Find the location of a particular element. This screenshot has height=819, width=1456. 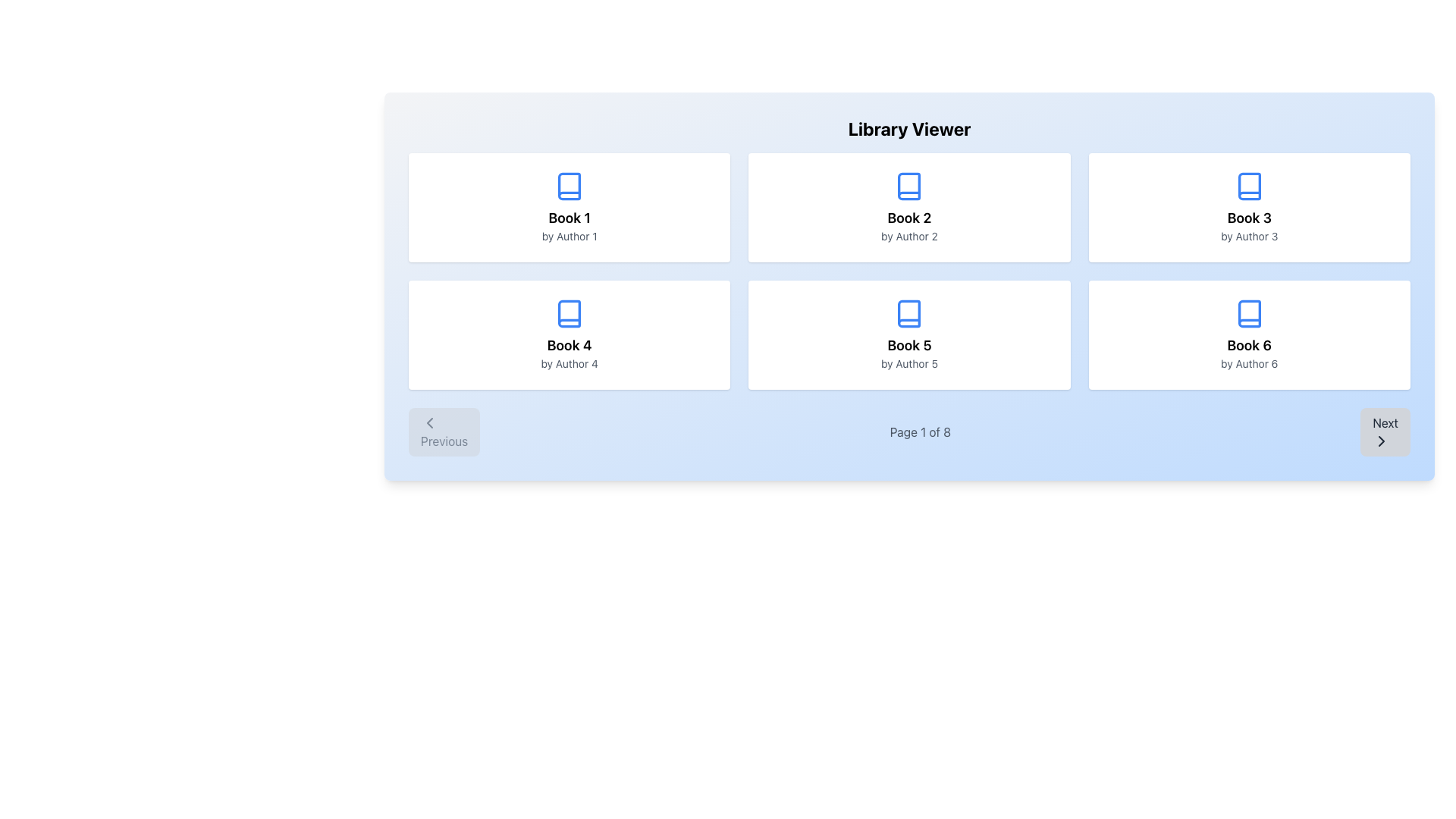

the compact blue book icon located above the text 'Book 4' in the card labeled 'Book 4 by Author 4.' is located at coordinates (569, 312).